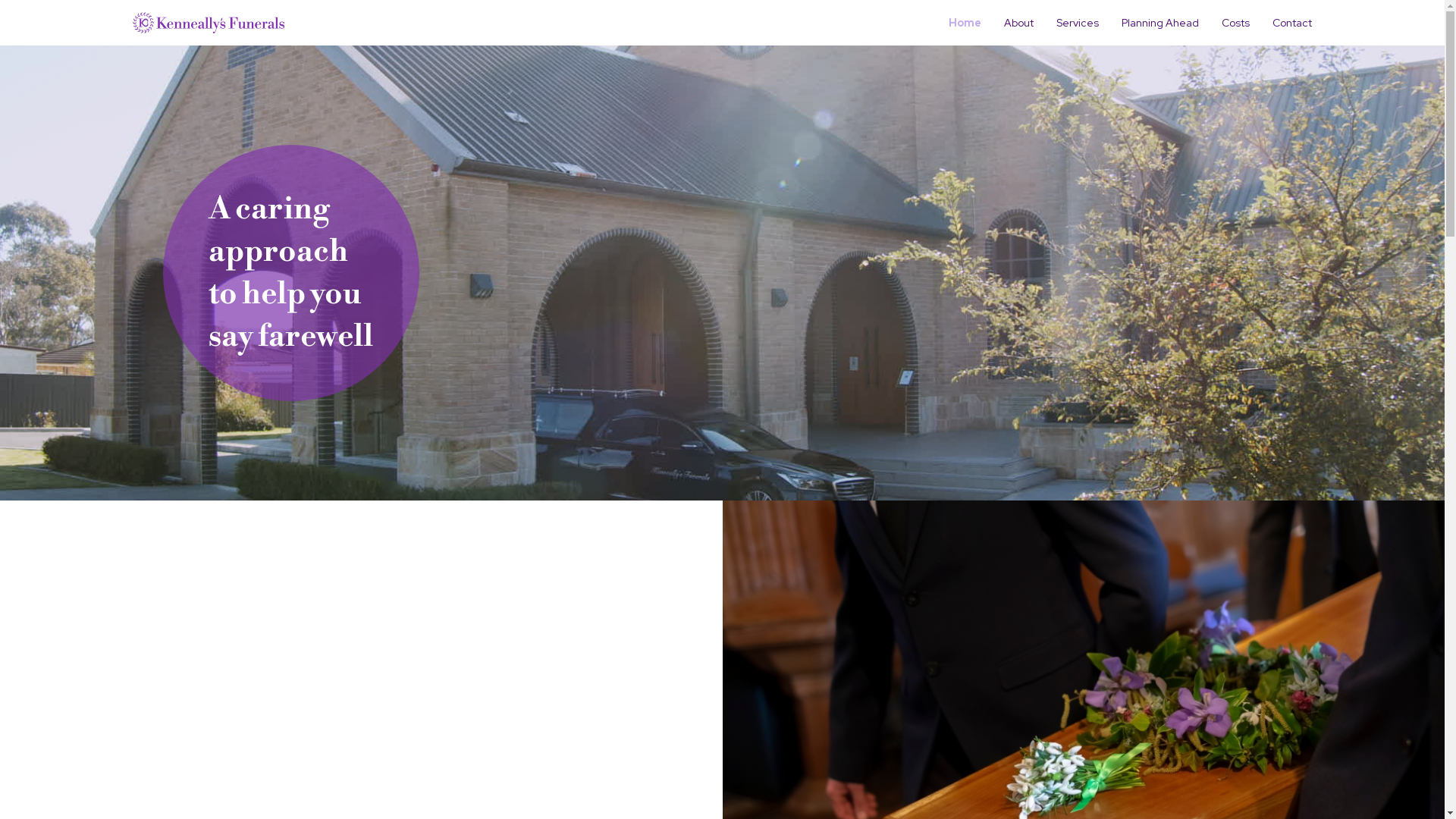  Describe the element at coordinates (1018, 23) in the screenshot. I see `'About'` at that location.